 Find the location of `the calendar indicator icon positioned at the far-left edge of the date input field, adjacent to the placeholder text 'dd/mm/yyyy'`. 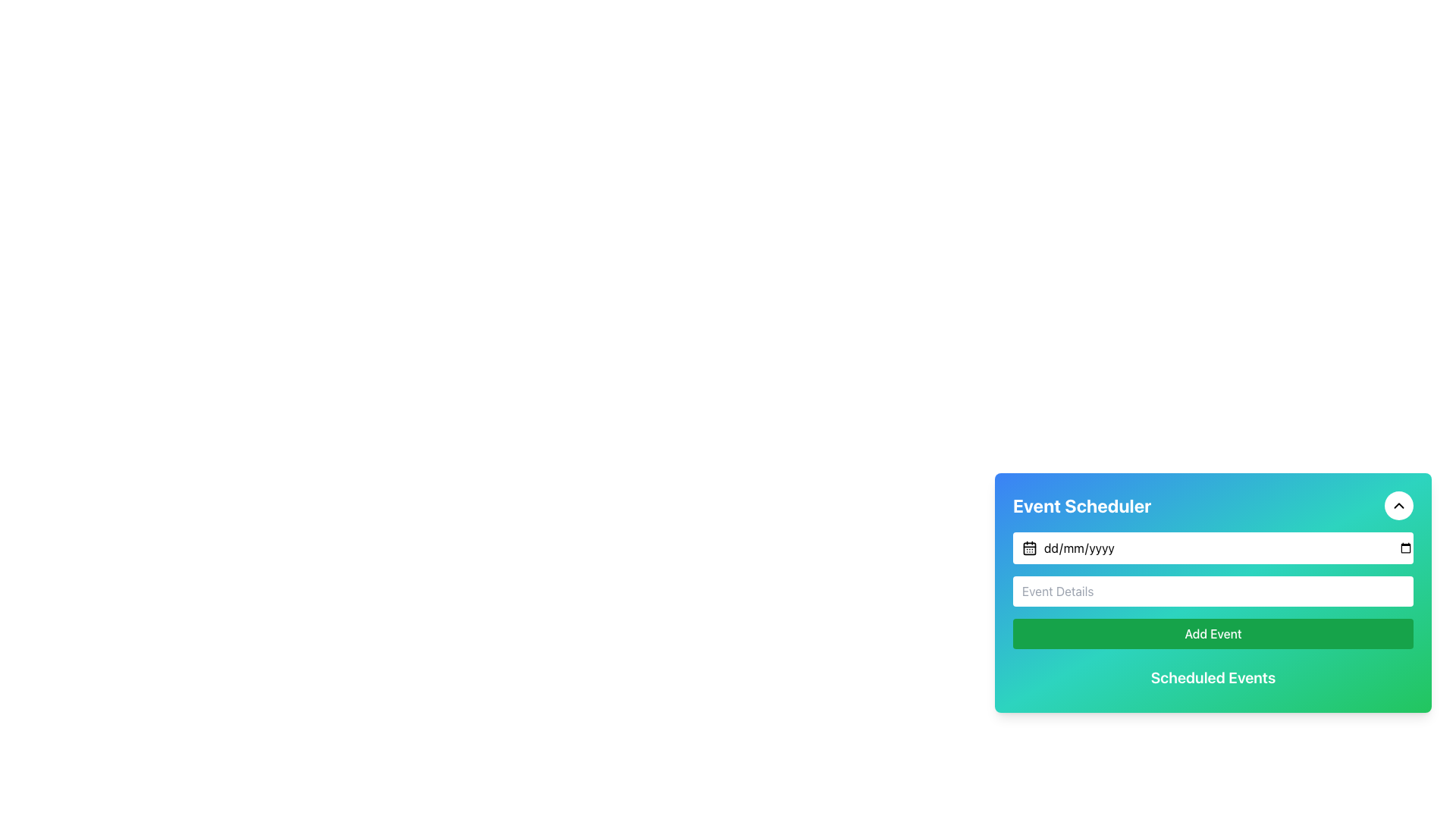

the calendar indicator icon positioned at the far-left edge of the date input field, adjacent to the placeholder text 'dd/mm/yyyy' is located at coordinates (1030, 548).